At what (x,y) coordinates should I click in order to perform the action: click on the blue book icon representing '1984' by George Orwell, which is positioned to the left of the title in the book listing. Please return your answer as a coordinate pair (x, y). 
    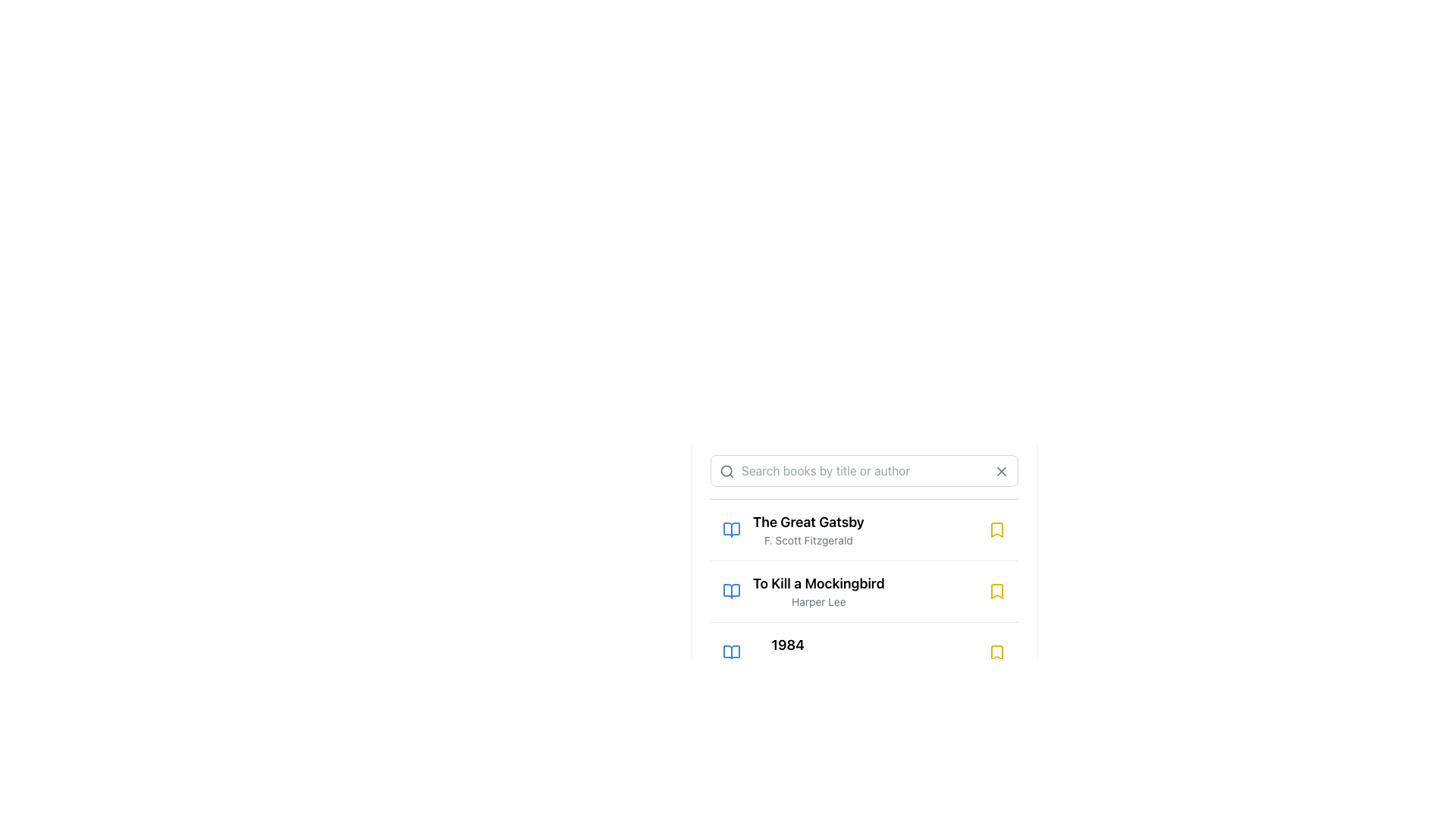
    Looking at the image, I should click on (731, 651).